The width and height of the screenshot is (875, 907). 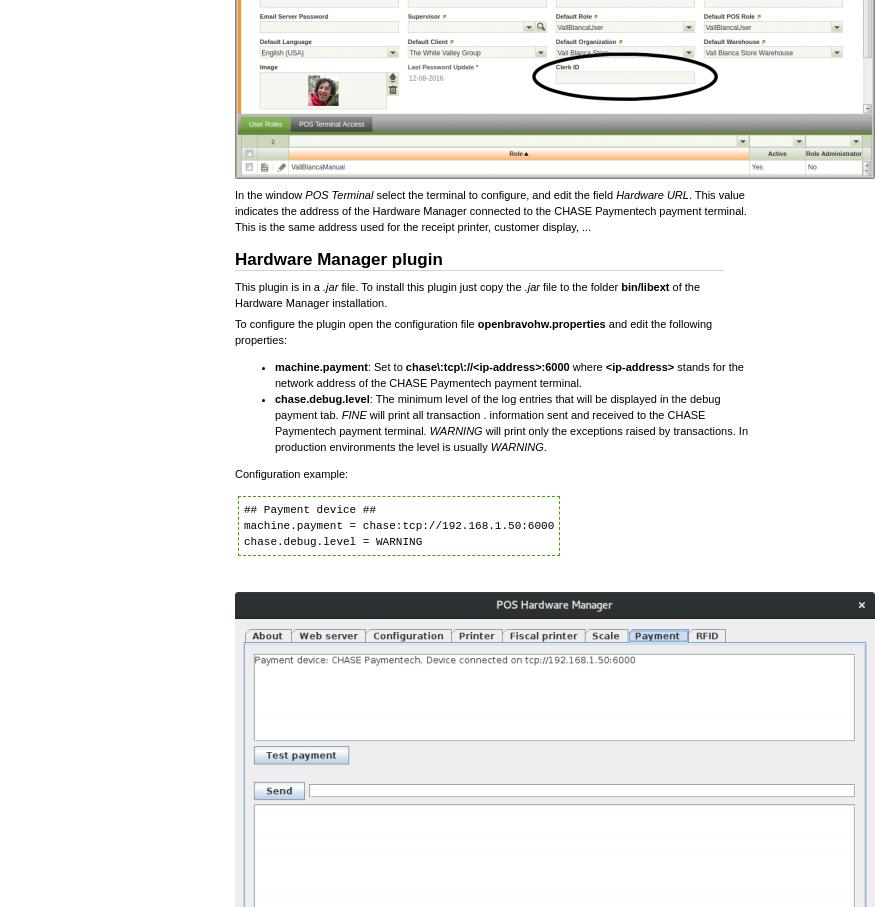 I want to click on '## Payment device ##
machine.payment = chase:tcp://192.168.1.50:6000
chase.debug.level = WARNING', so click(x=398, y=524).